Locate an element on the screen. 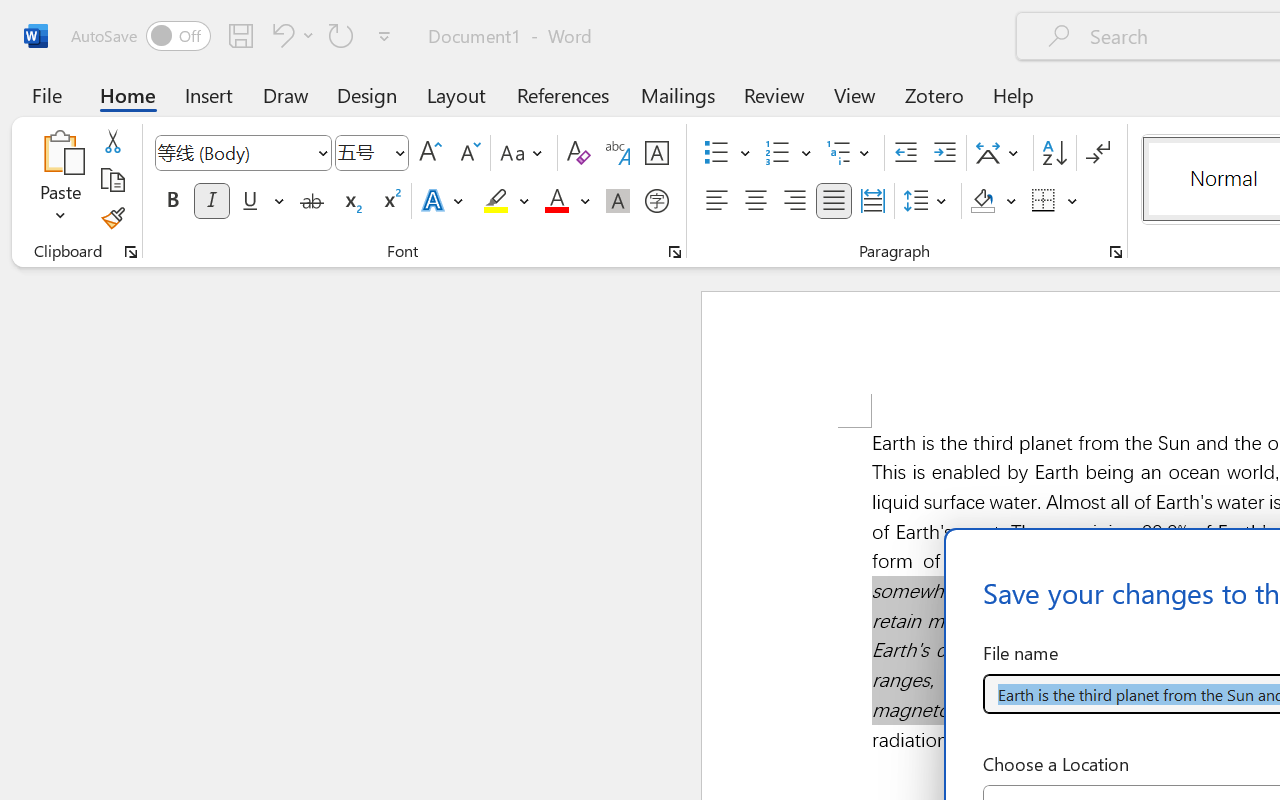  'Undo Italic' is located at coordinates (289, 34).